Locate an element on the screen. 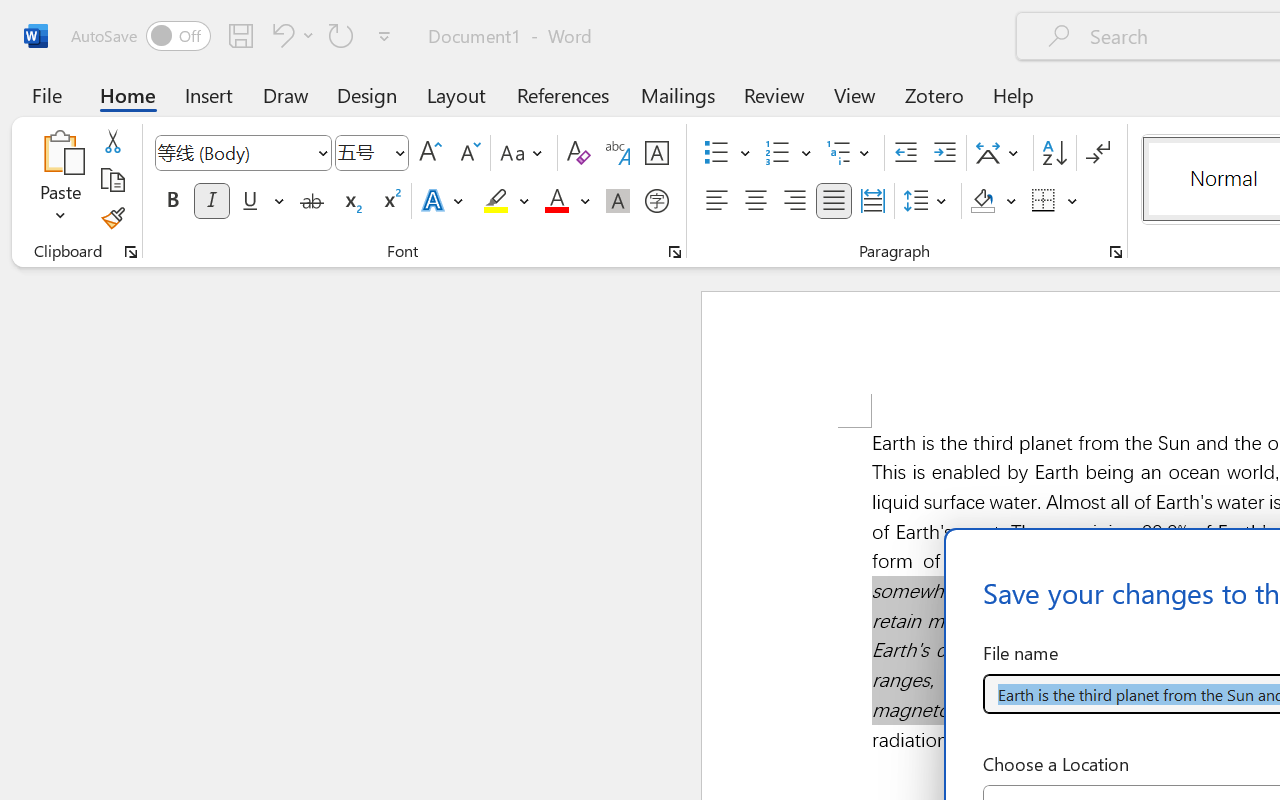  'Undo Italic' is located at coordinates (289, 34).